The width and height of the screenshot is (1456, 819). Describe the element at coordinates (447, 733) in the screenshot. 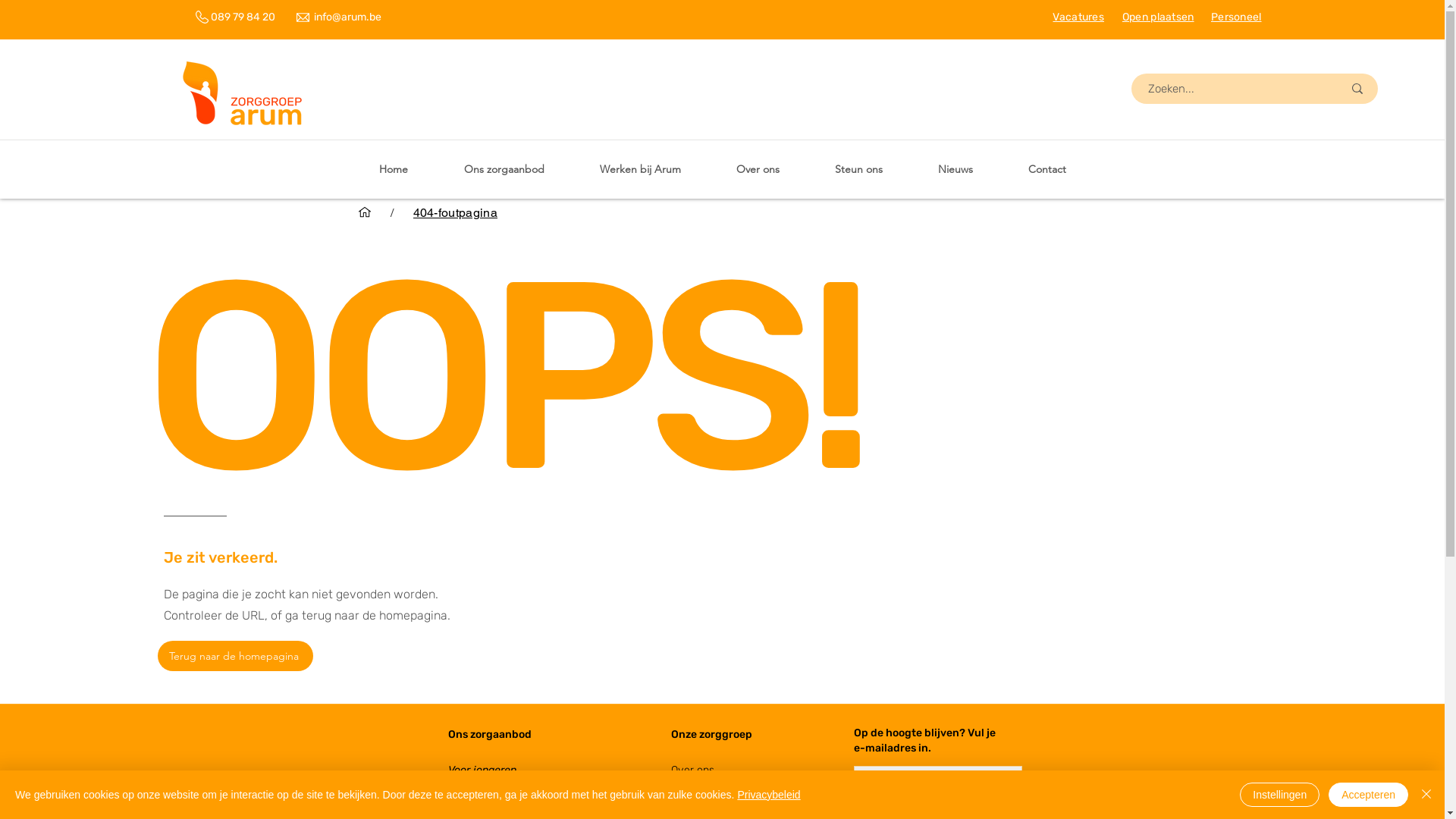

I see `'Ons zorgaanbod'` at that location.